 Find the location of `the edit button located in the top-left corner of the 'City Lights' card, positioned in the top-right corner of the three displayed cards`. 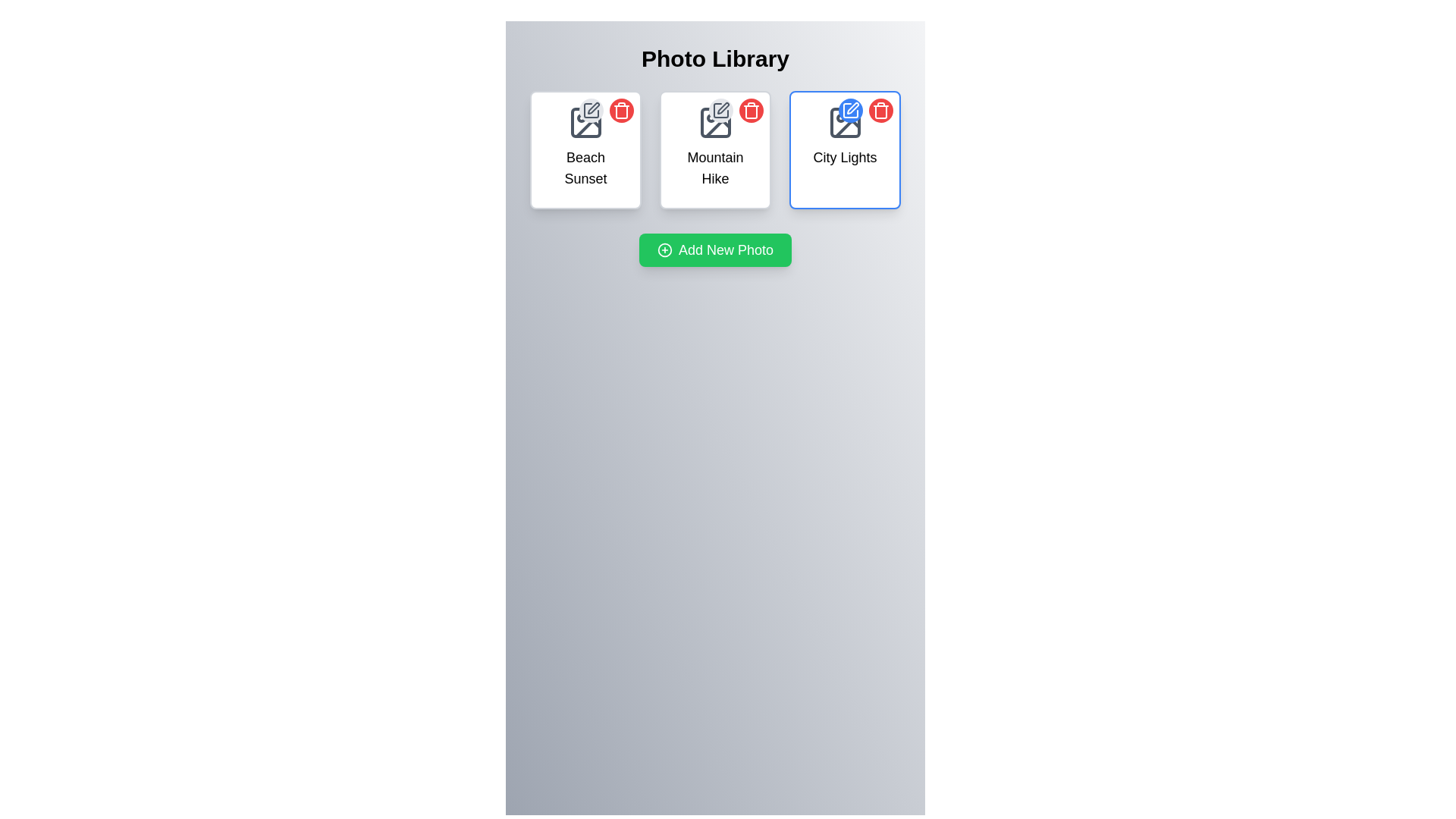

the edit button located in the top-left corner of the 'City Lights' card, positioned in the top-right corner of the three displayed cards is located at coordinates (851, 110).